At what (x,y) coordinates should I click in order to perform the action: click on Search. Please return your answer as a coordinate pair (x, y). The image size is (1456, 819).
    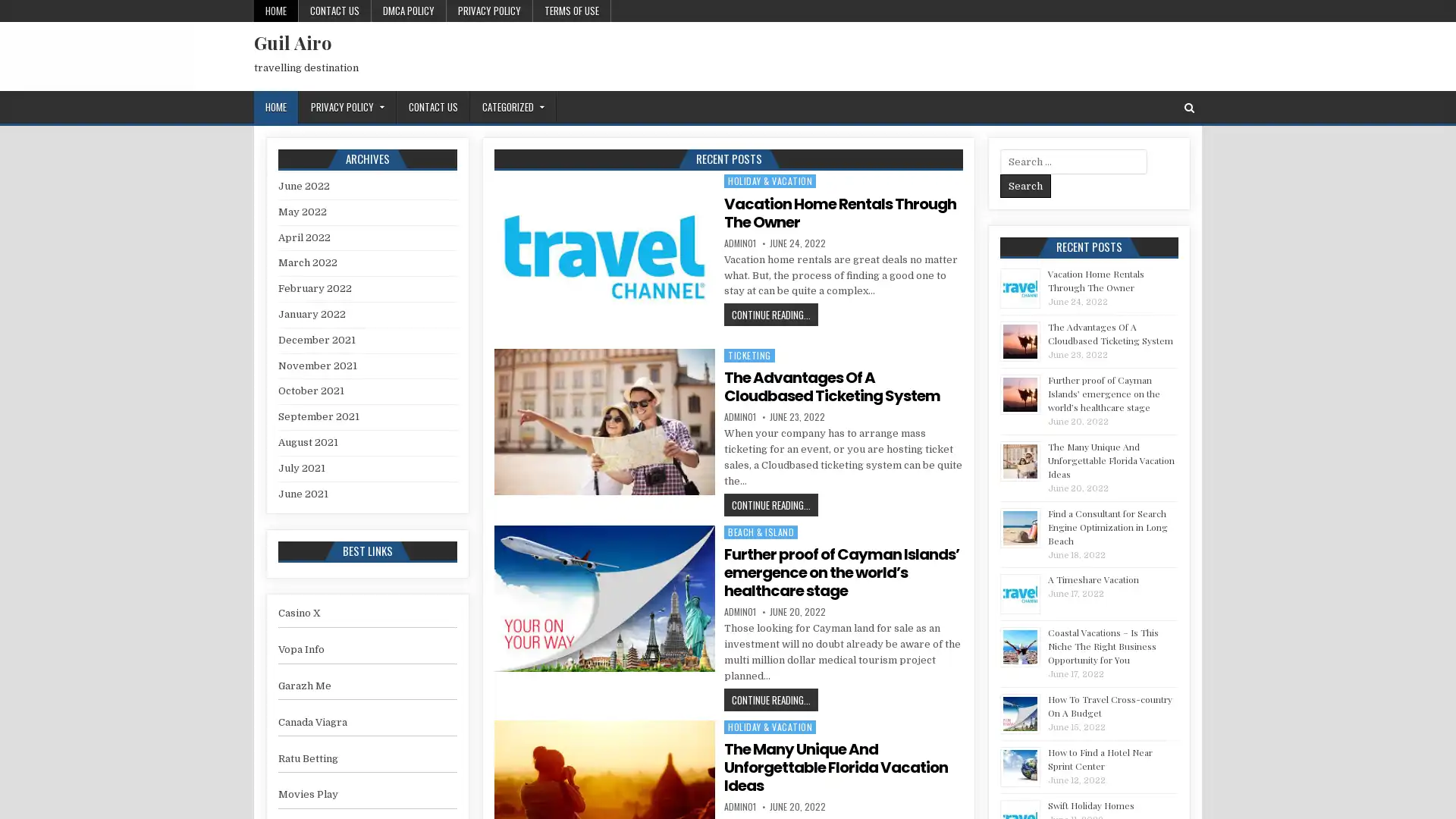
    Looking at the image, I should click on (1025, 185).